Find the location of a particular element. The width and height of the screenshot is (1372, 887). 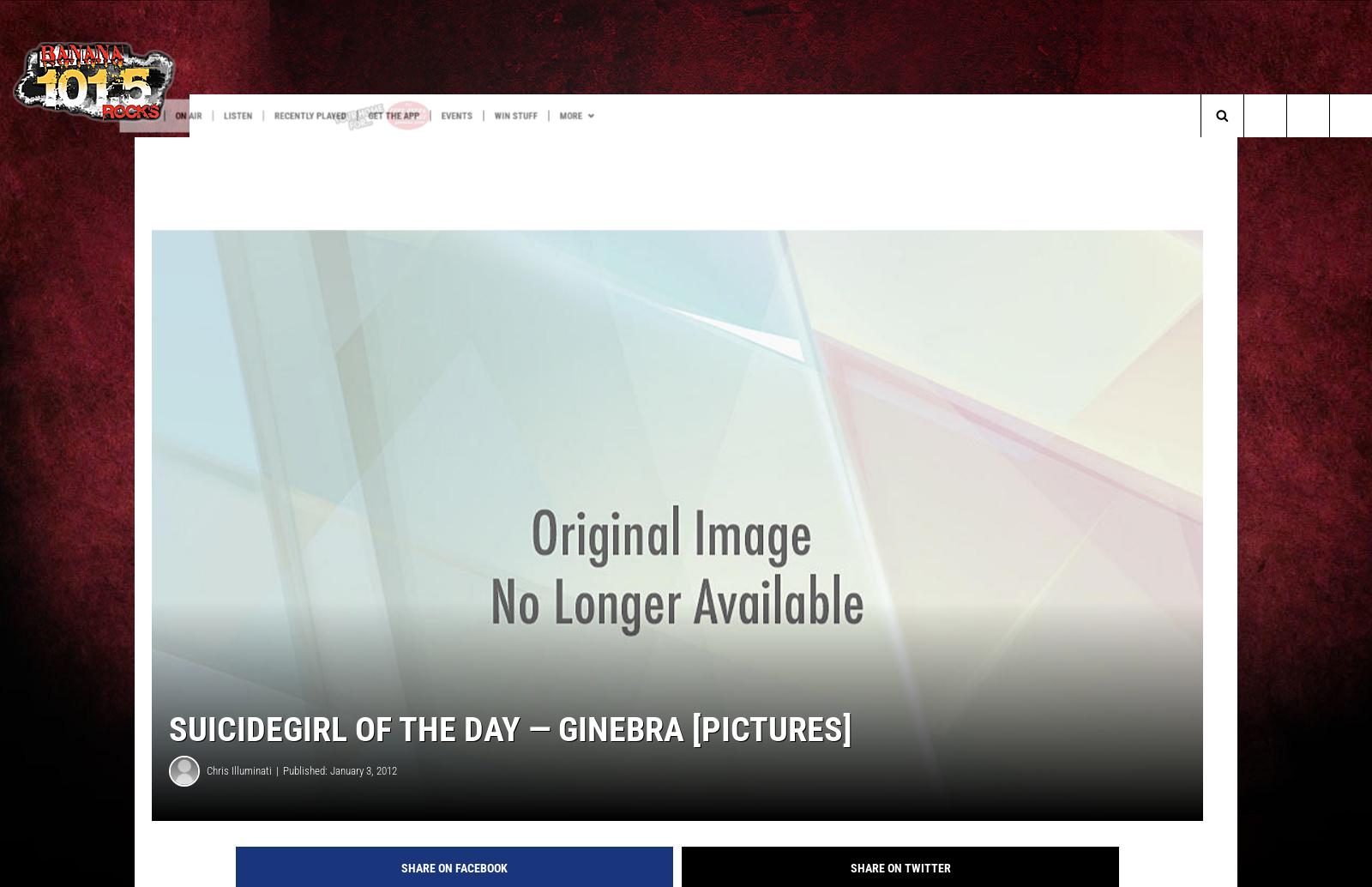

'$500 Target Gift Card' is located at coordinates (105, 150).